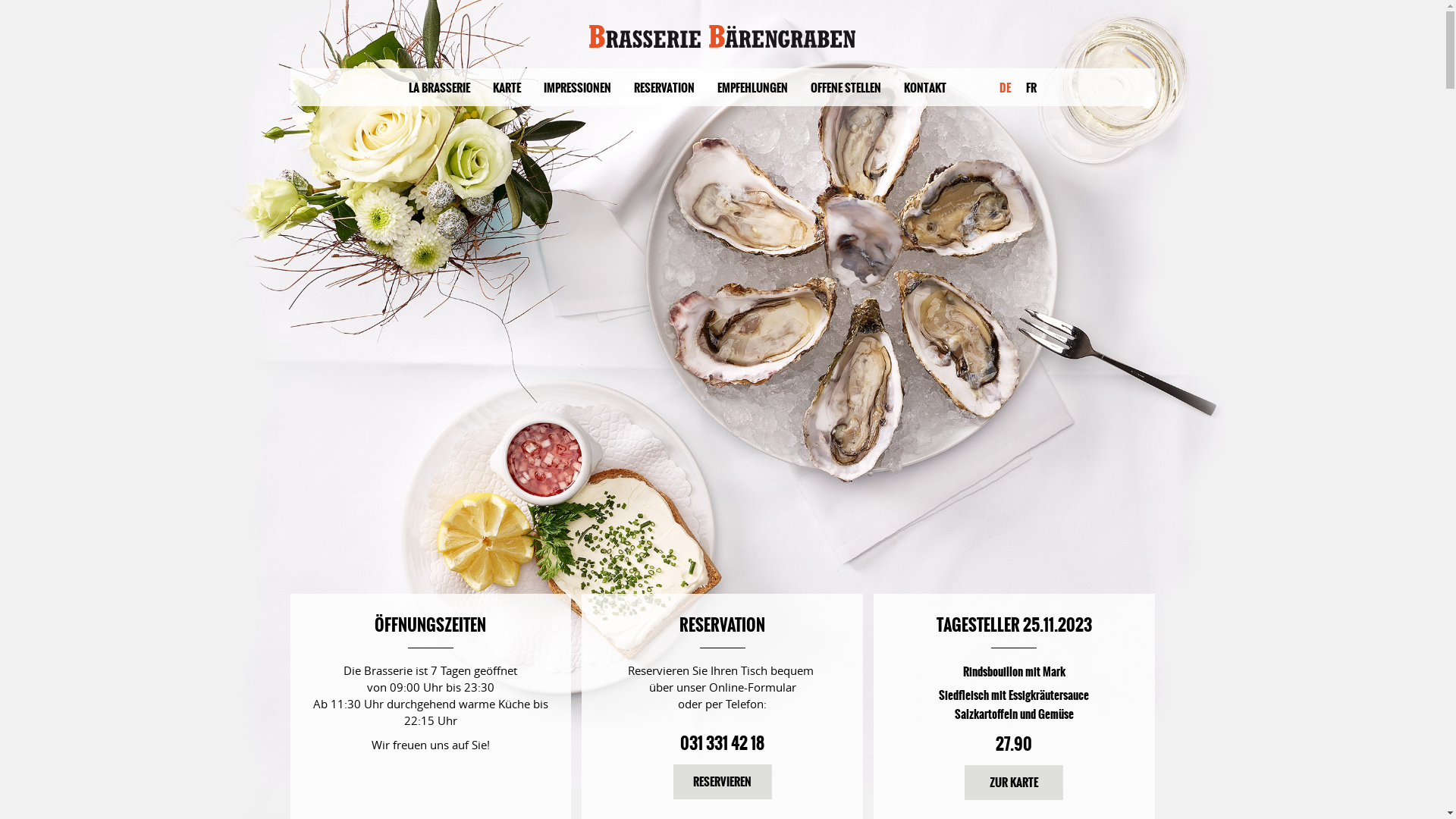 The height and width of the screenshot is (819, 1456). Describe the element at coordinates (663, 87) in the screenshot. I see `'RESERVATION'` at that location.